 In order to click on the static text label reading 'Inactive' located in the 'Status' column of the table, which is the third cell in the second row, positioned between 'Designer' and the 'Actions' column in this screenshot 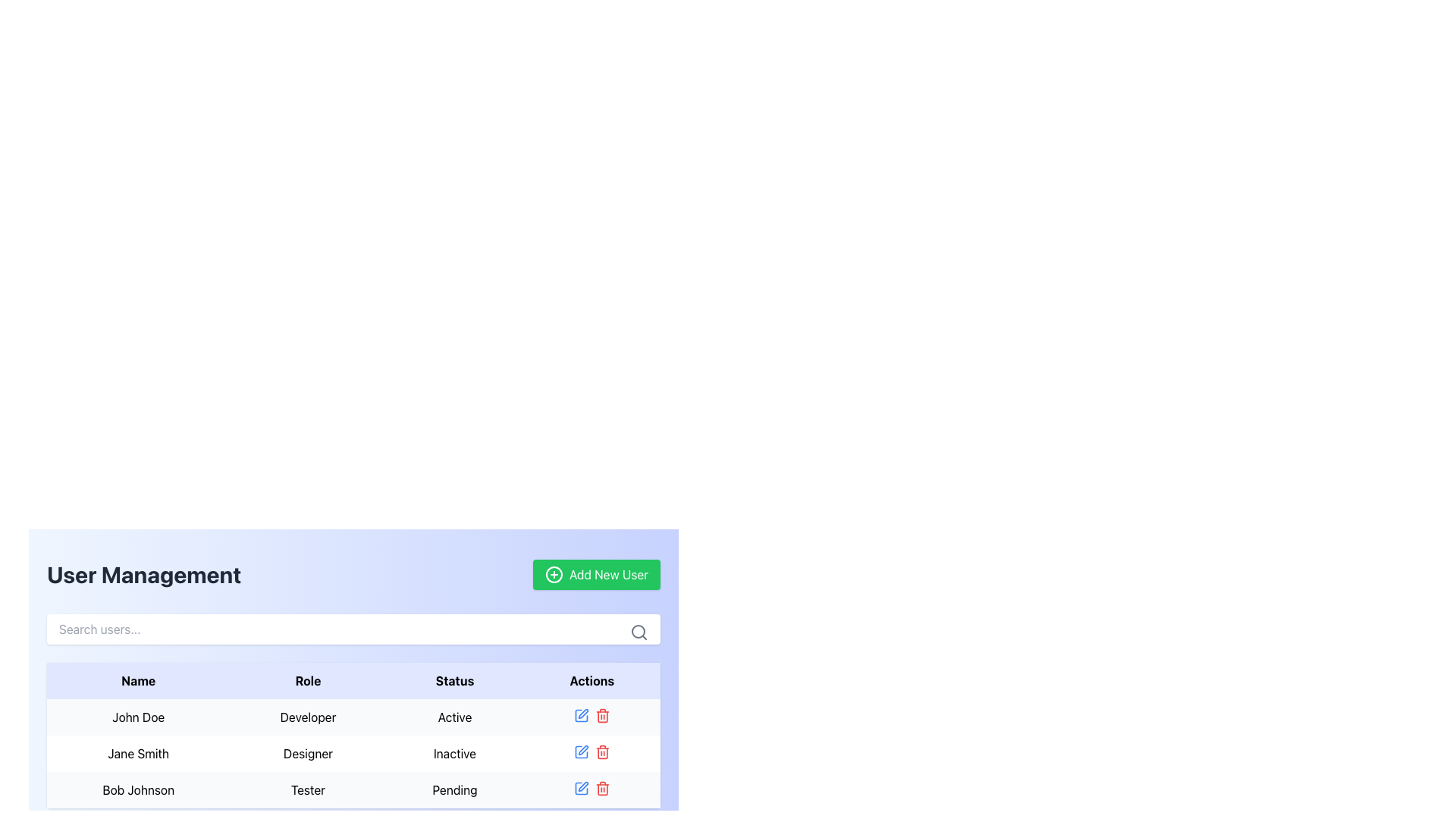, I will do `click(454, 754)`.